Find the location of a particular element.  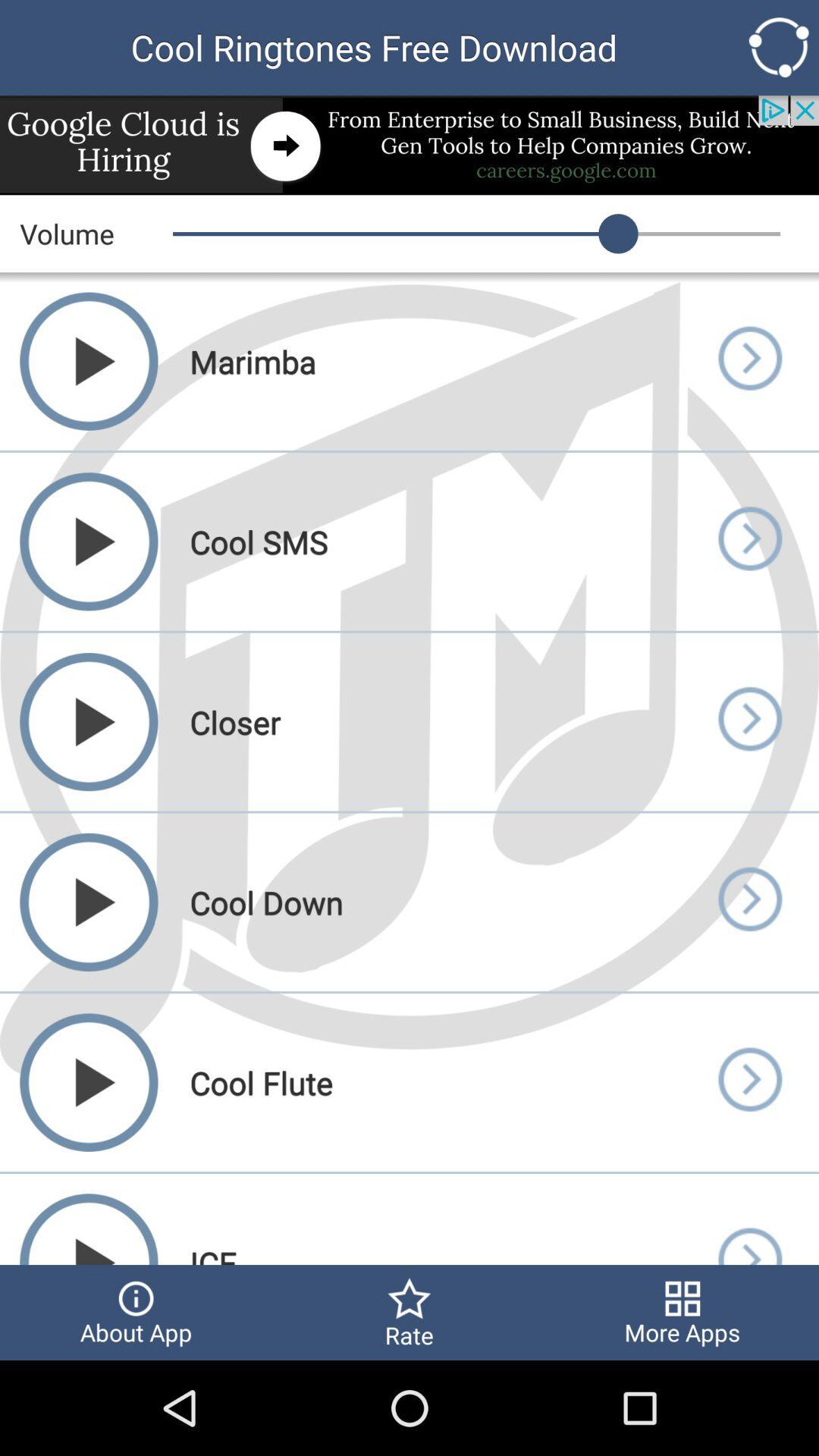

make random selection is located at coordinates (779, 47).